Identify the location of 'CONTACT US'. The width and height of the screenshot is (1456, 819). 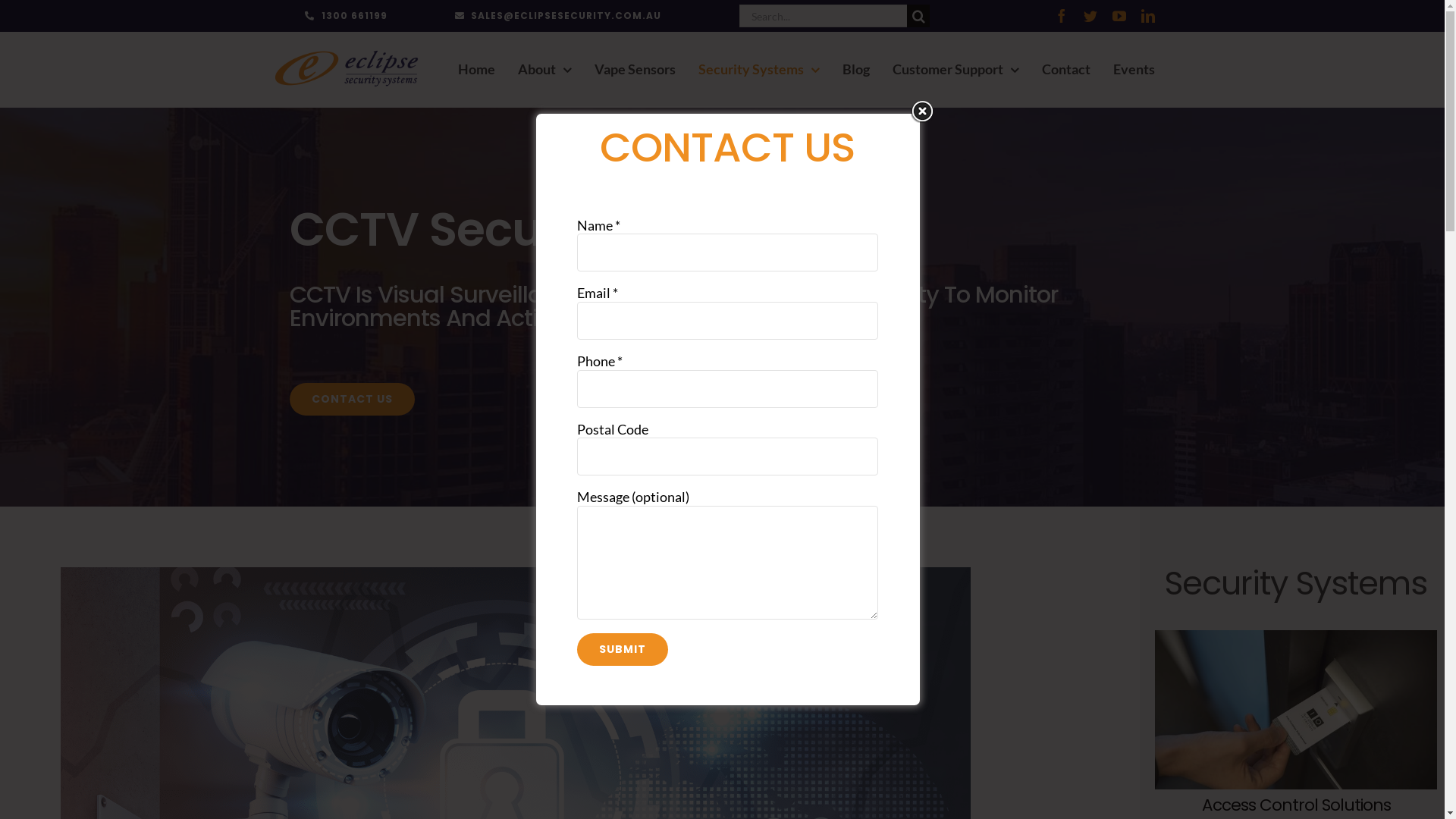
(351, 398).